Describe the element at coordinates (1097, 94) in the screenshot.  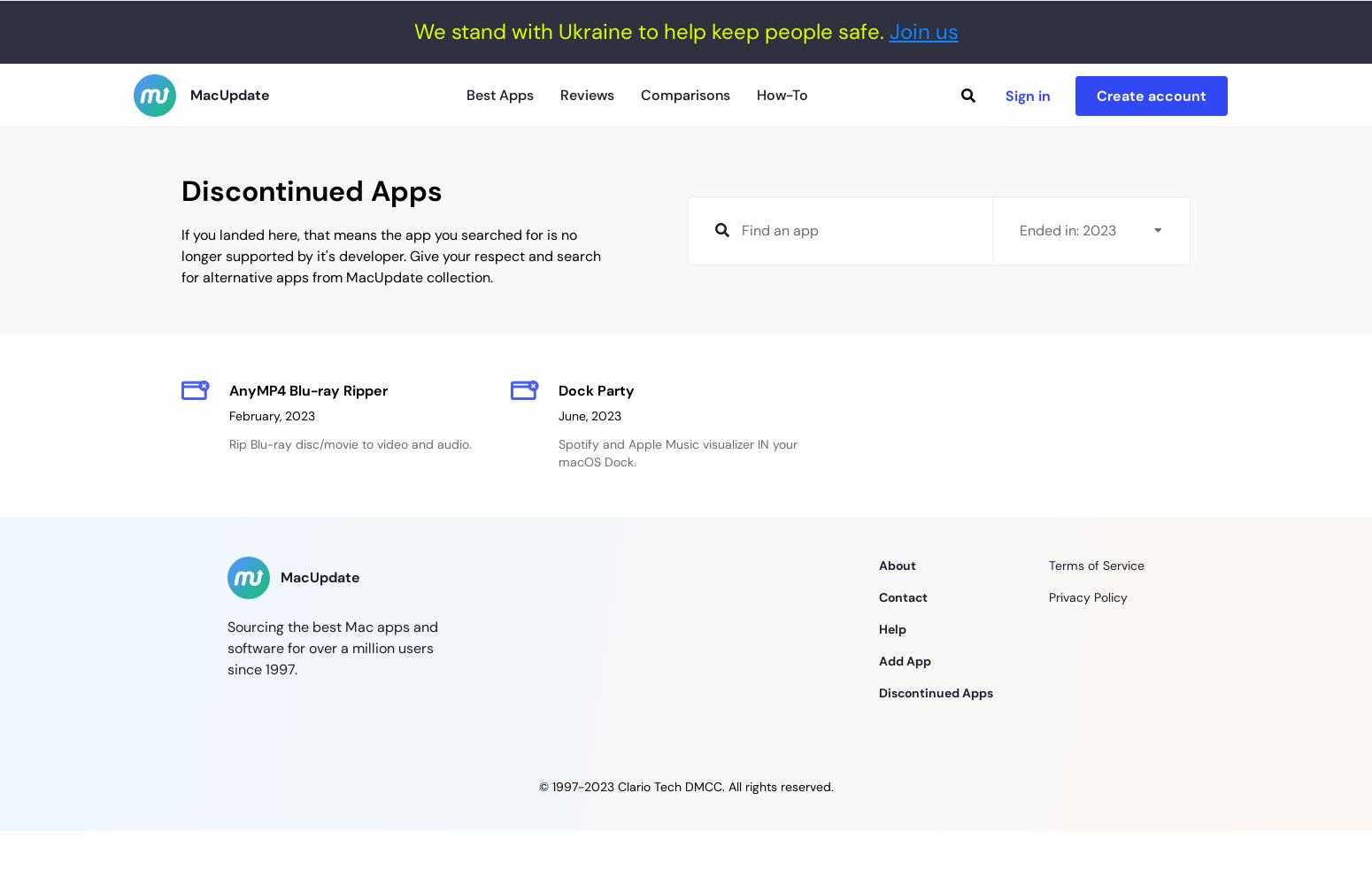
I see `'Create account'` at that location.